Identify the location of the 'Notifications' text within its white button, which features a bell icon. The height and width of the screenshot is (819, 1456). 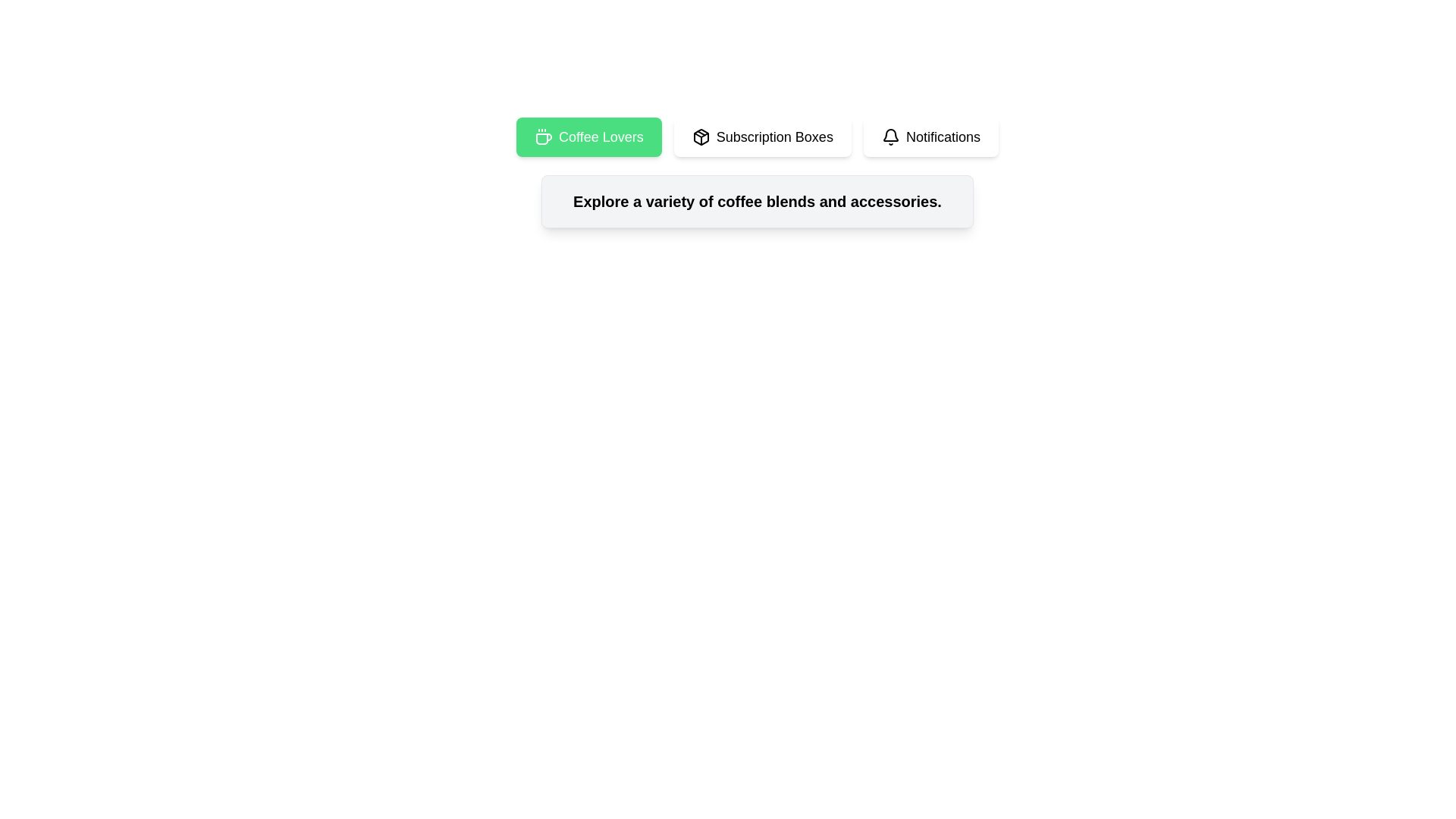
(942, 137).